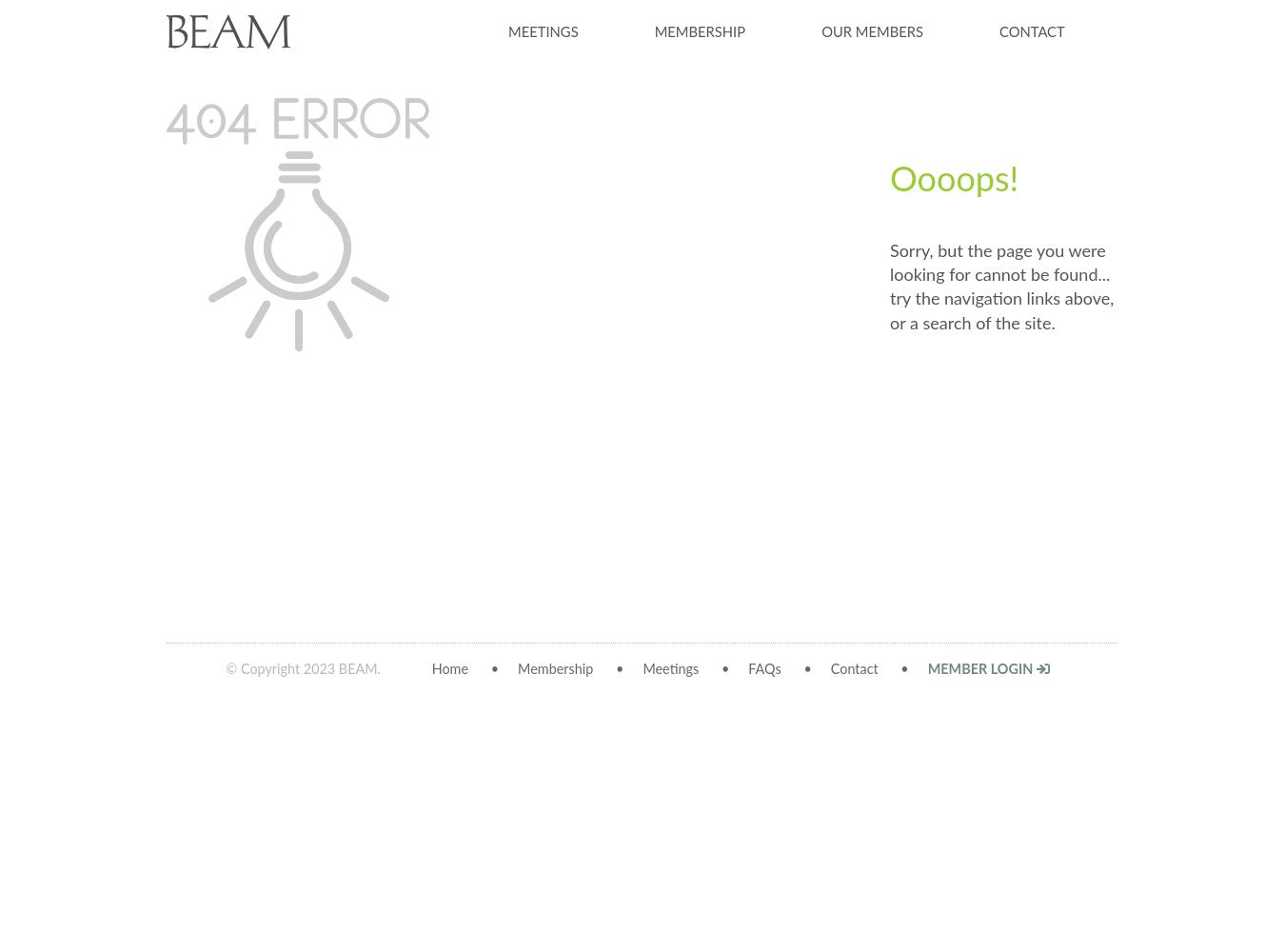 Image resolution: width=1285 pixels, height=952 pixels. What do you see at coordinates (448, 668) in the screenshot?
I see `'Home'` at bounding box center [448, 668].